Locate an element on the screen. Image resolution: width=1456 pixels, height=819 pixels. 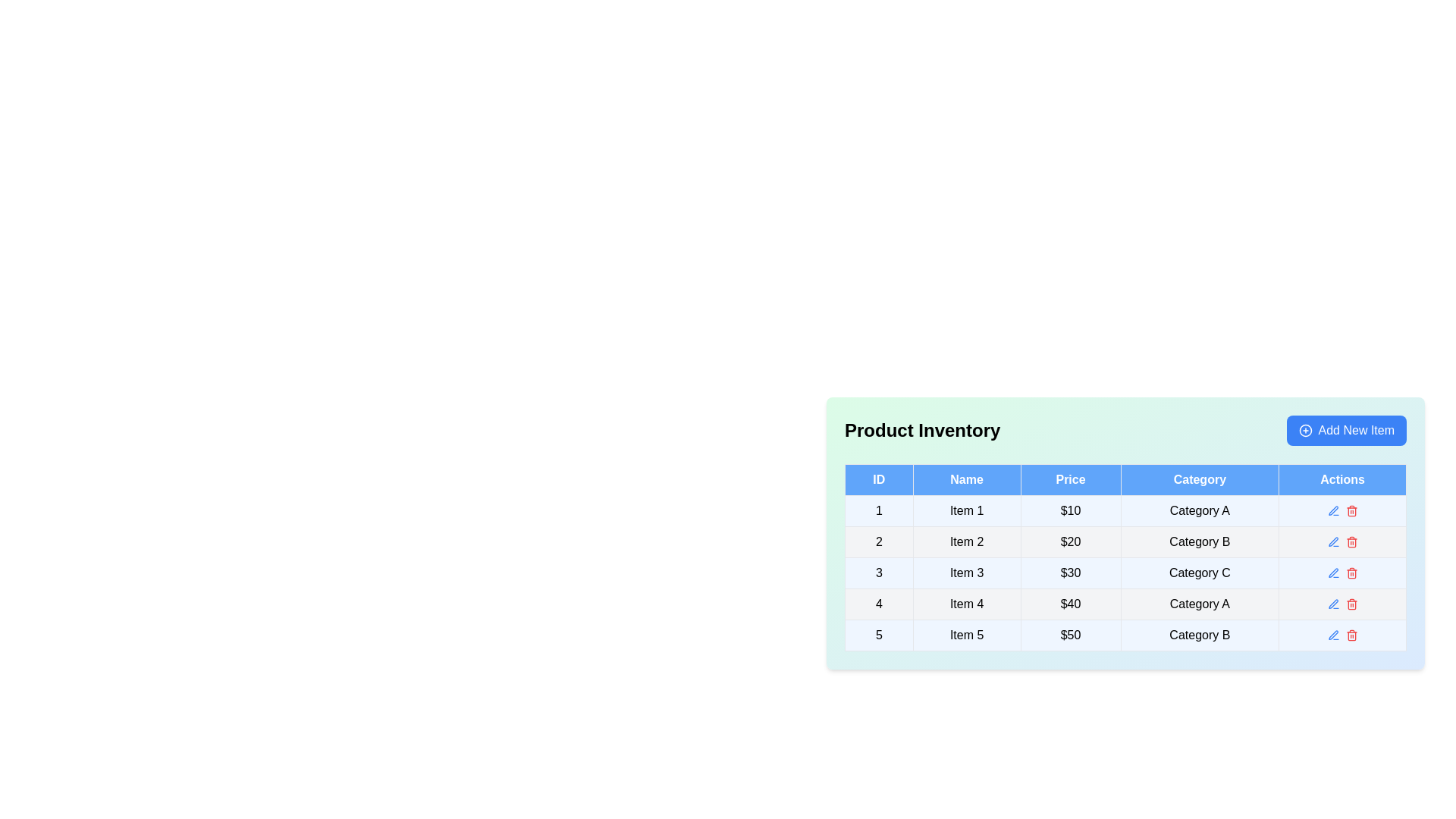
the table cell under the 'Actions' column for 'Item 4' in the inventory table, which contains action controls for the item is located at coordinates (1342, 604).